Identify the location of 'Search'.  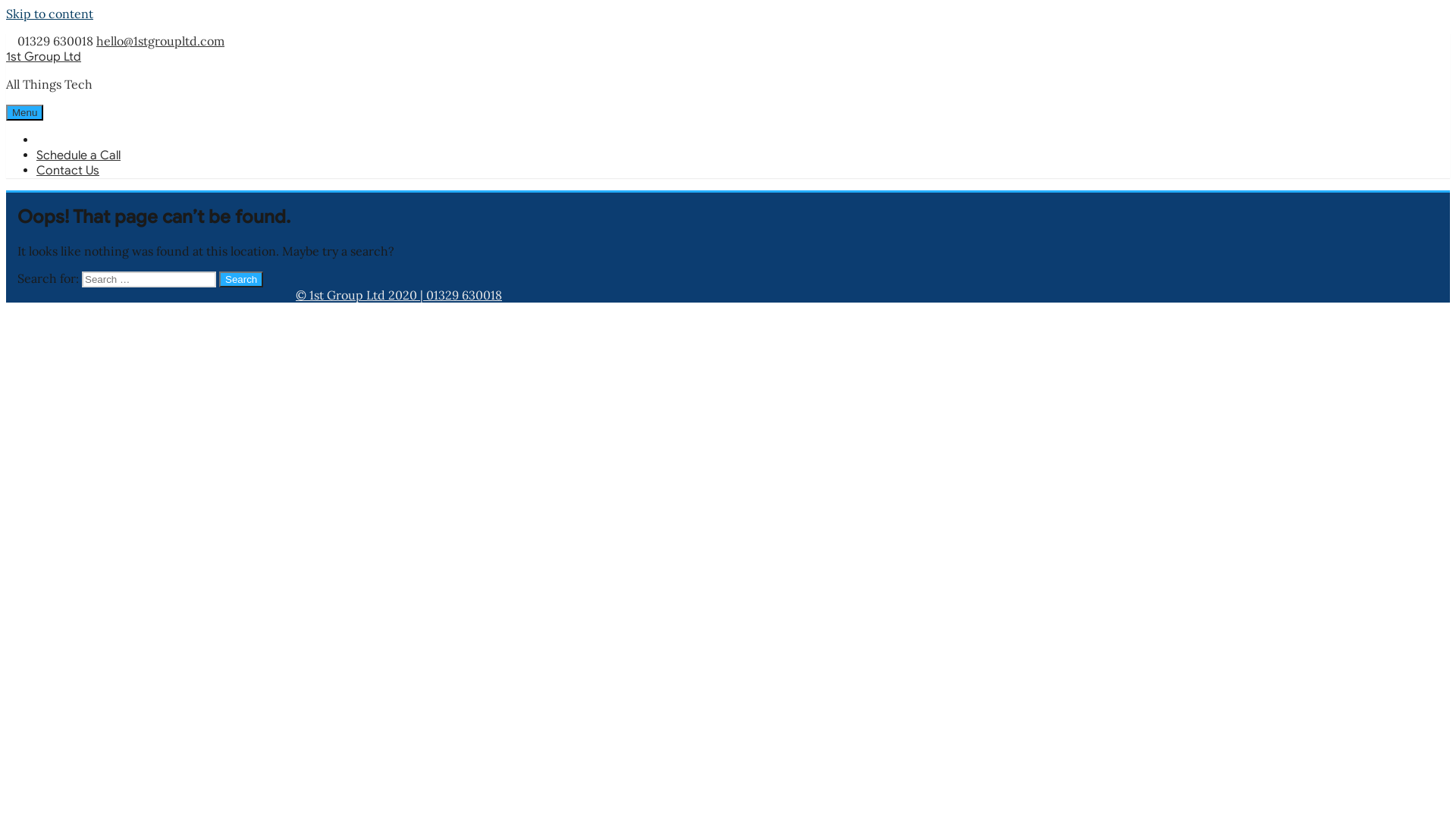
(218, 279).